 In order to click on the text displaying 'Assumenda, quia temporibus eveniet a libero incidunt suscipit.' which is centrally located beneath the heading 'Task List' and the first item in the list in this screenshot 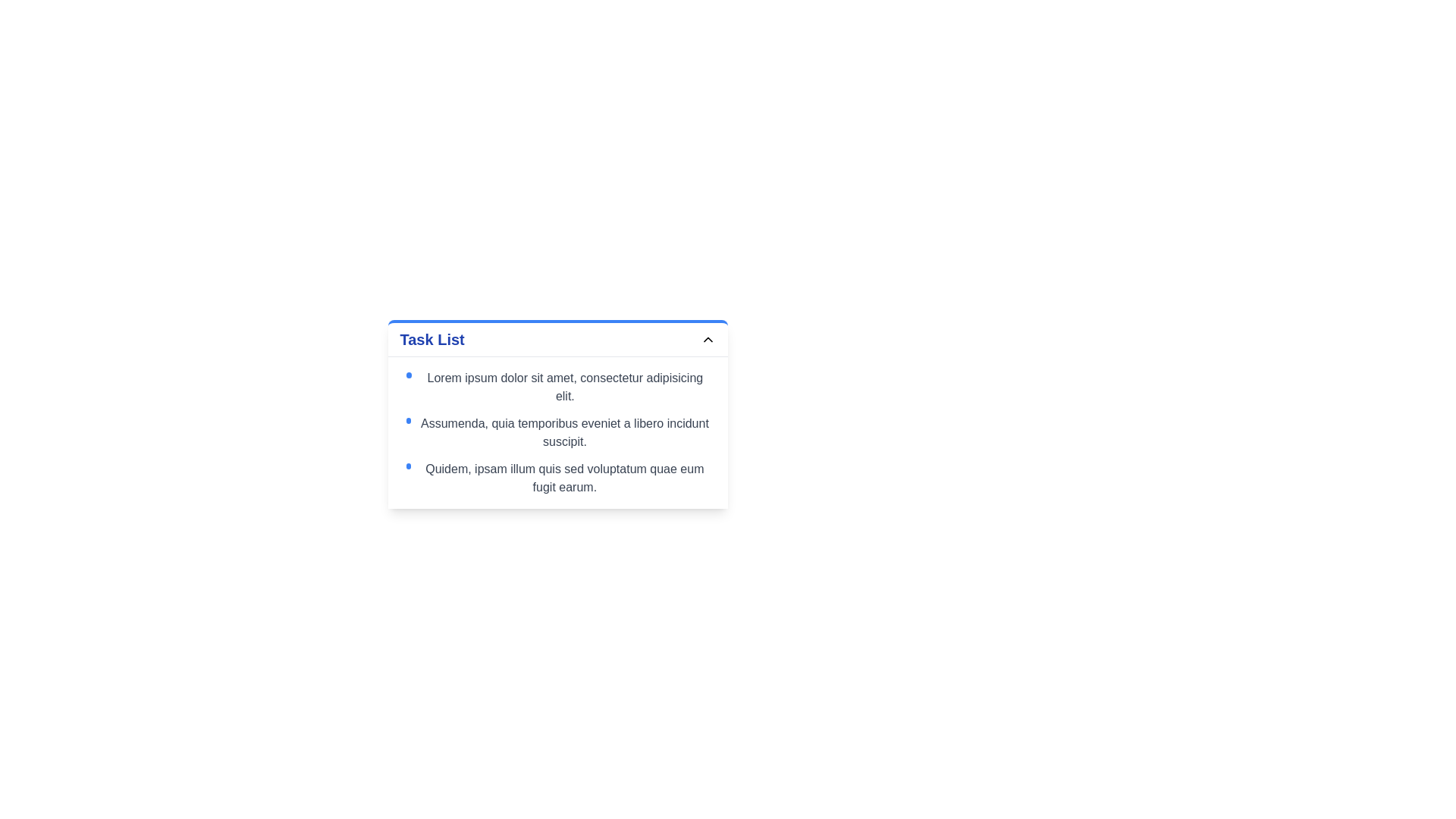, I will do `click(557, 432)`.